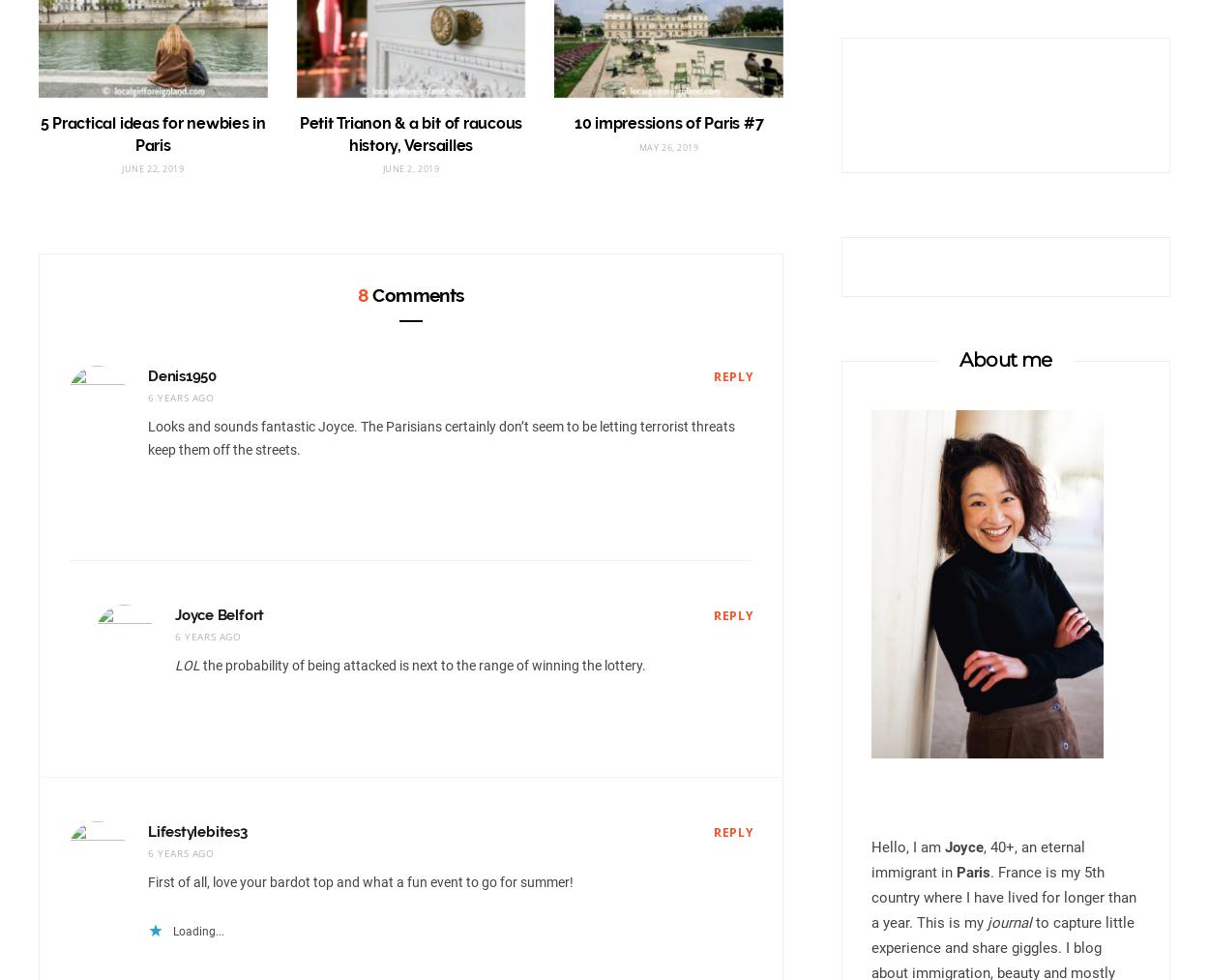 The image size is (1209, 980). I want to click on 'Hello, I am', so click(907, 846).